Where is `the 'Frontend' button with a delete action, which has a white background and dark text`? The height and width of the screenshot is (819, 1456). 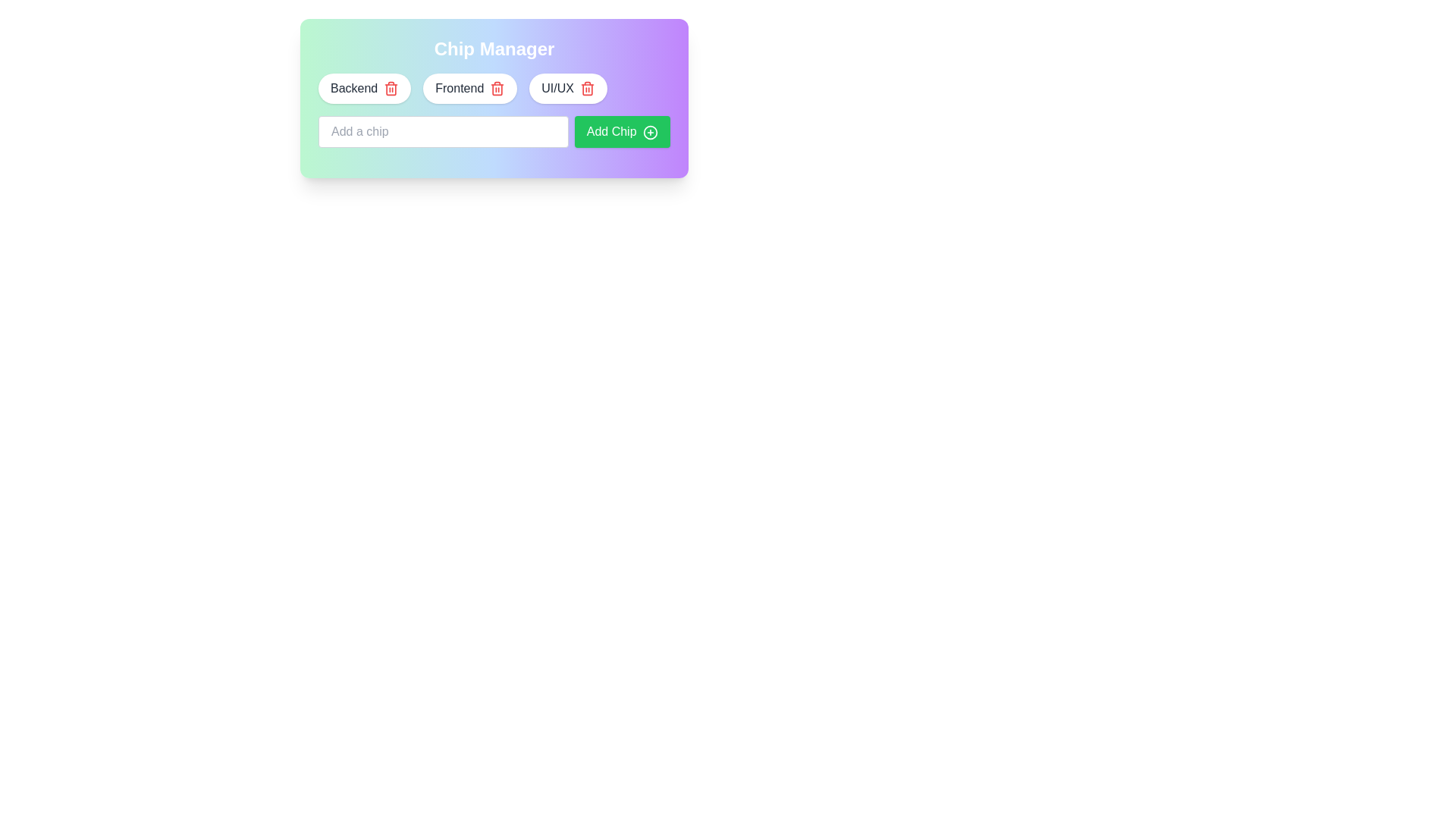 the 'Frontend' button with a delete action, which has a white background and dark text is located at coordinates (494, 99).